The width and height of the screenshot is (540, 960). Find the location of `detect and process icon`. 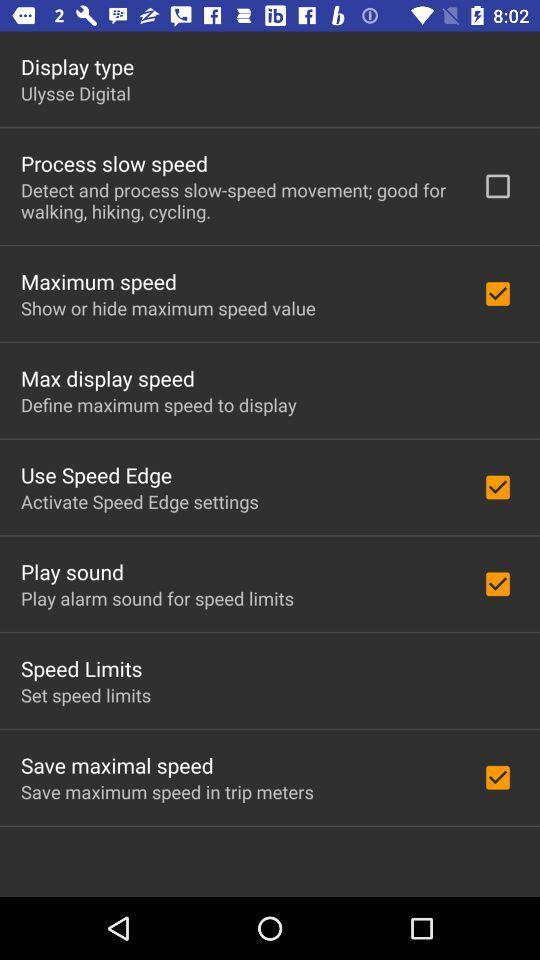

detect and process icon is located at coordinates (238, 200).